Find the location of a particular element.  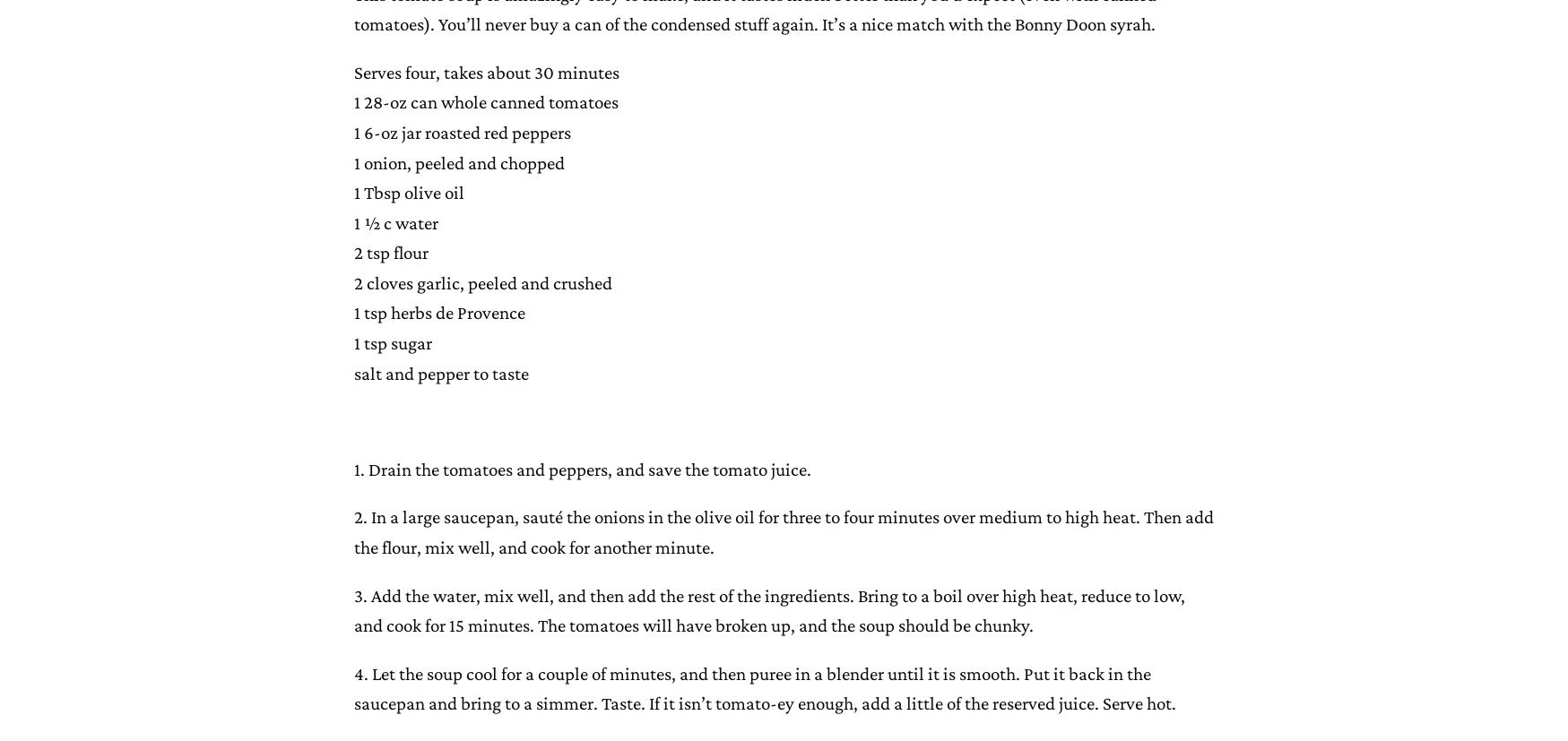

'4. Let the soup cool for a couple of minutes, and then puree in a blender until it is smooth. Put it back in the saucepan and bring to a simmer. Taste. If it isn’t tomato-ey enough, add a little of the reserved juice. Serve hot.' is located at coordinates (353, 688).